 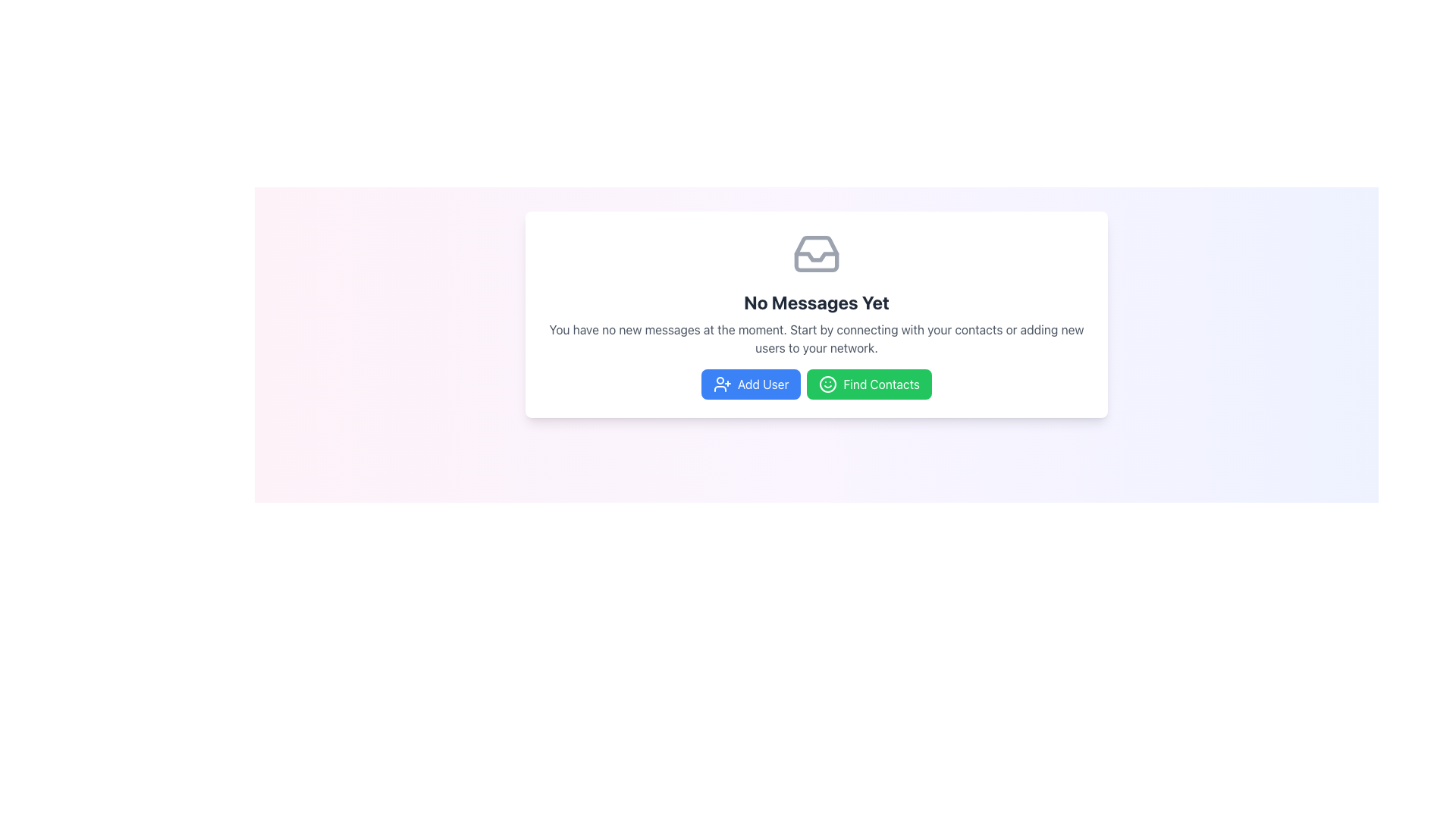 What do you see at coordinates (815, 302) in the screenshot?
I see `the text display indicating that there are currently no messages available, which is centrally positioned below an inbox icon` at bounding box center [815, 302].